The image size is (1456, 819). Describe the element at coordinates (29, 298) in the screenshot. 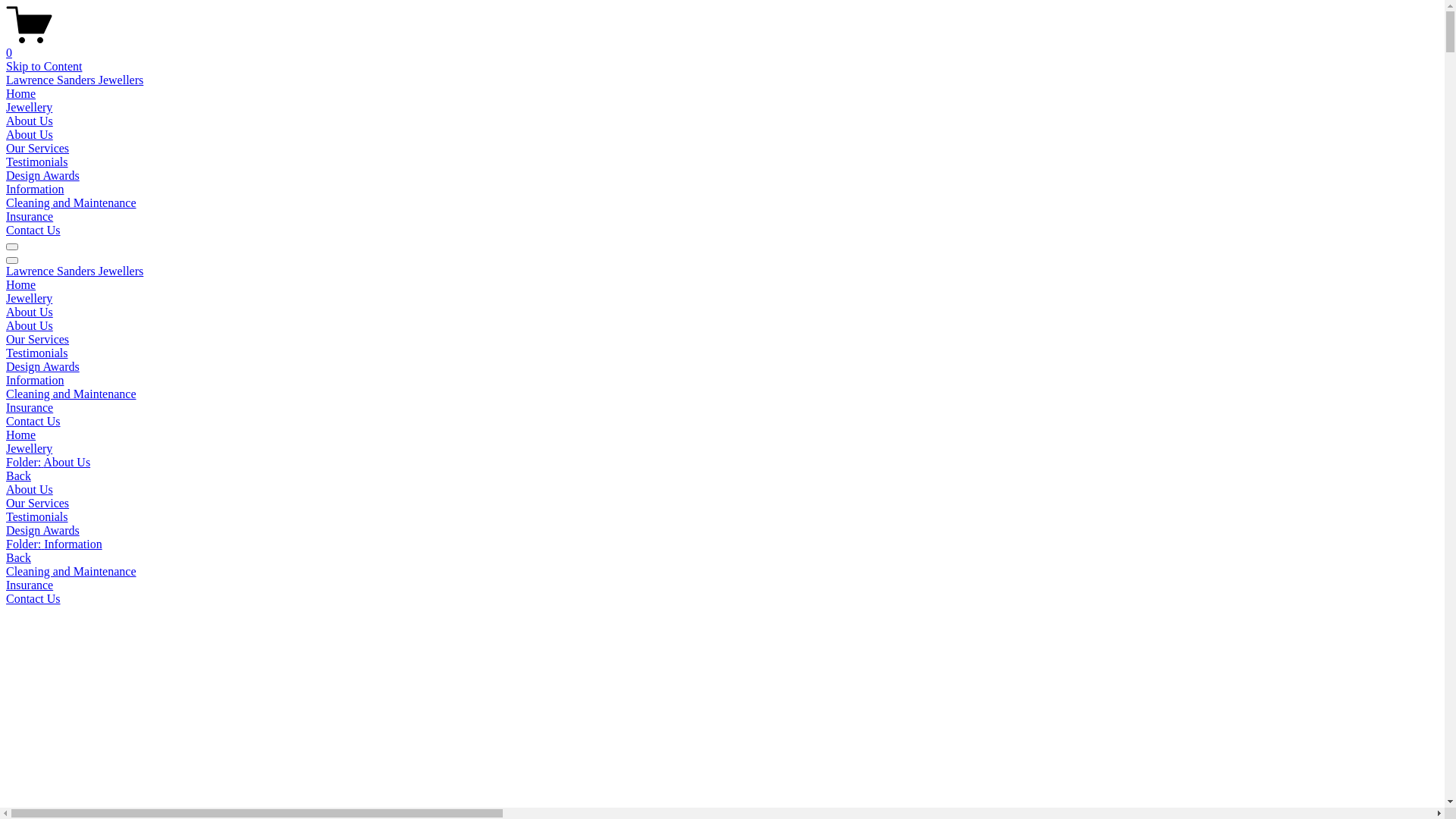

I see `'Jewellery'` at that location.